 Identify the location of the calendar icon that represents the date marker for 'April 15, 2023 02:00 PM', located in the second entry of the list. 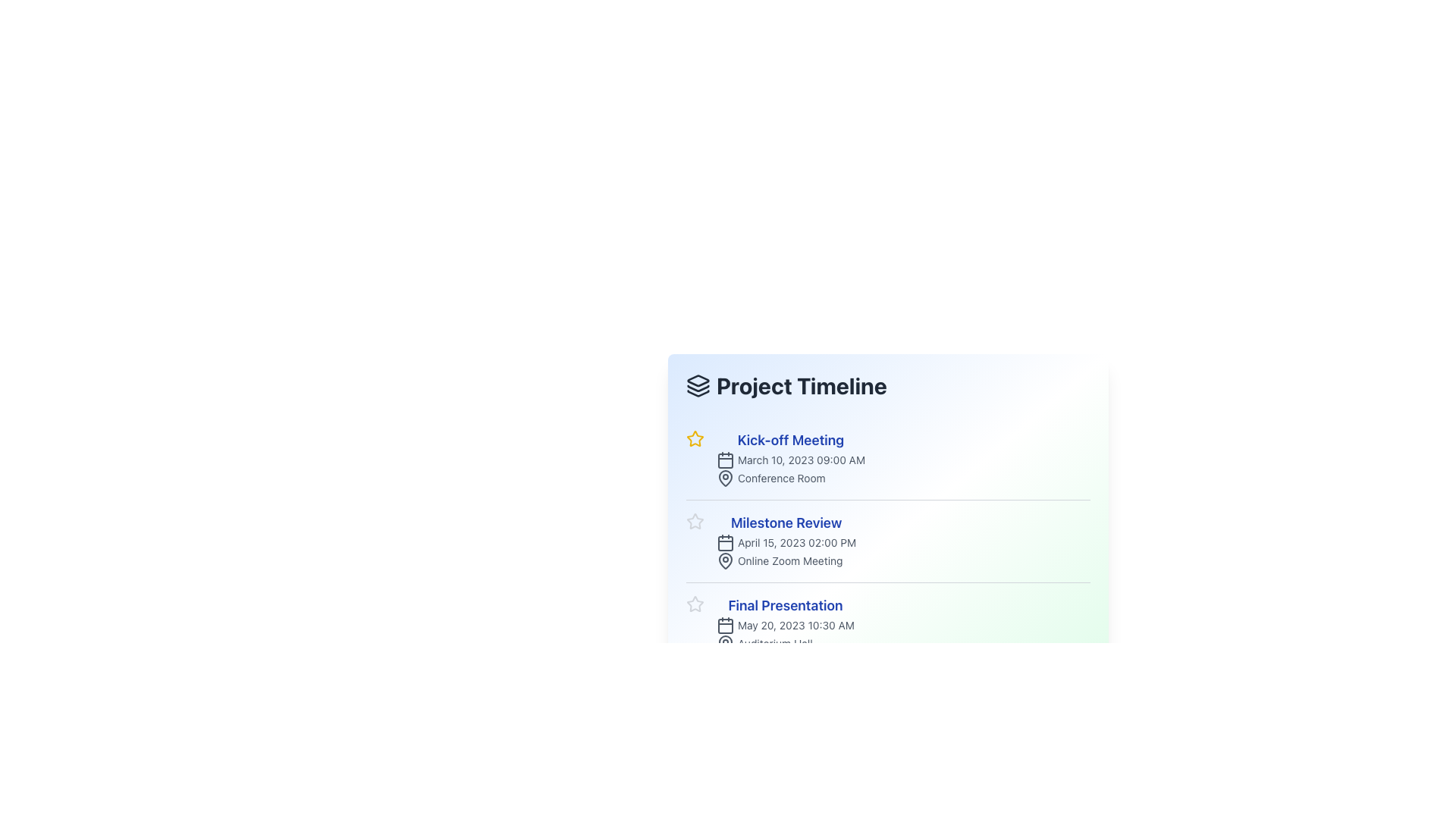
(724, 543).